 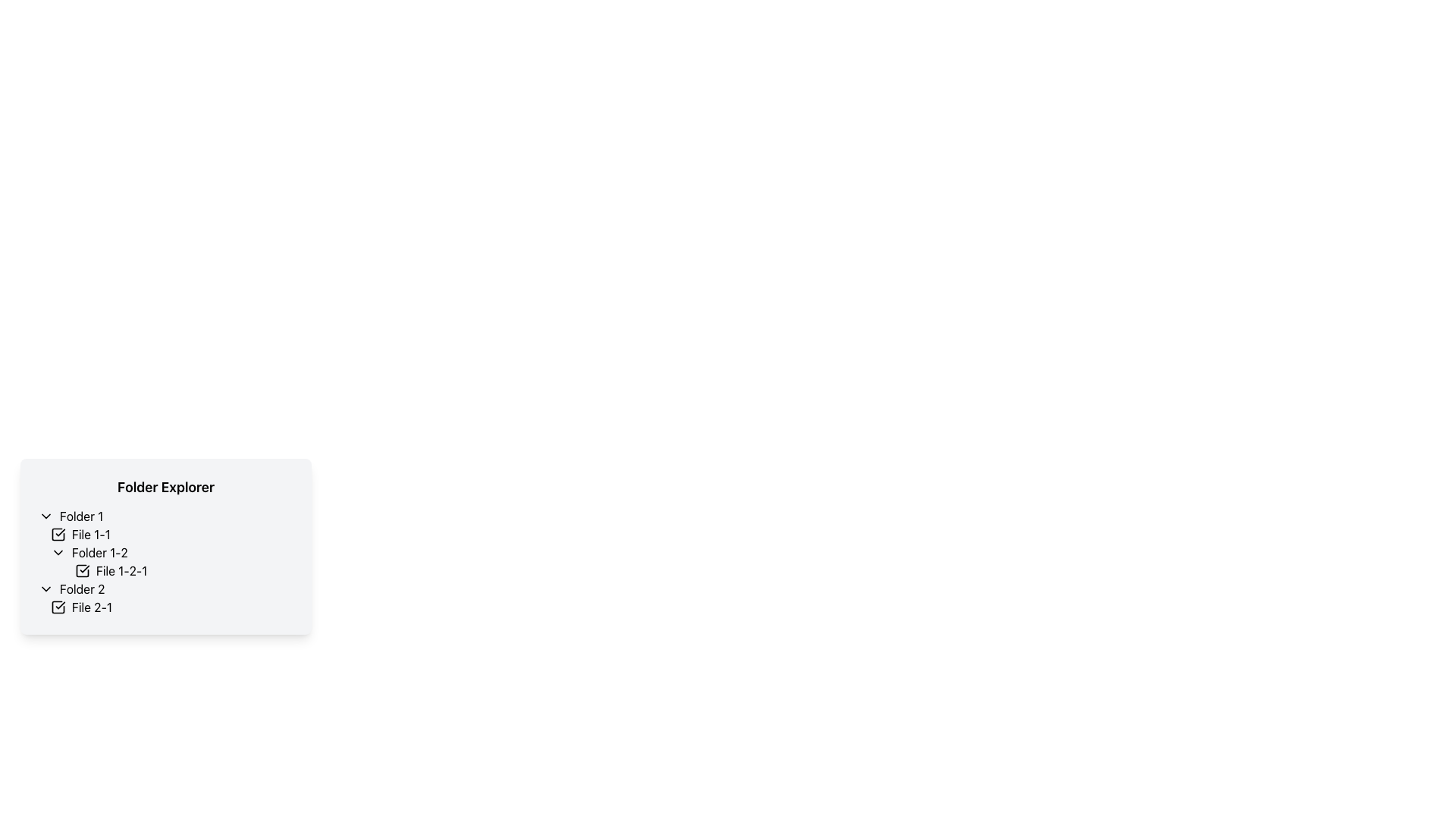 I want to click on the checkbox labeled 'File 2-1', so click(x=171, y=607).